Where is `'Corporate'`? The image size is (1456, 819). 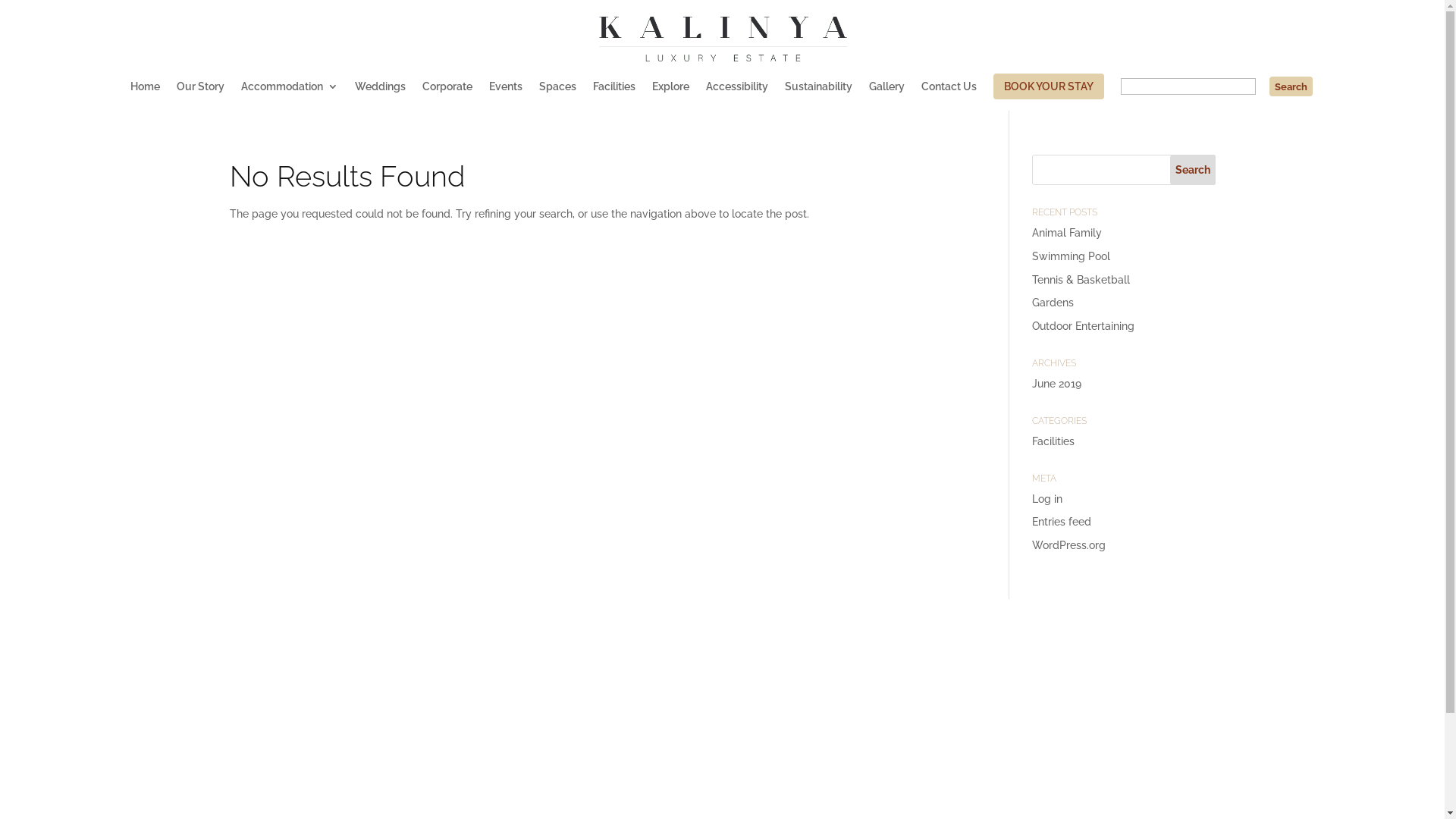 'Corporate' is located at coordinates (447, 93).